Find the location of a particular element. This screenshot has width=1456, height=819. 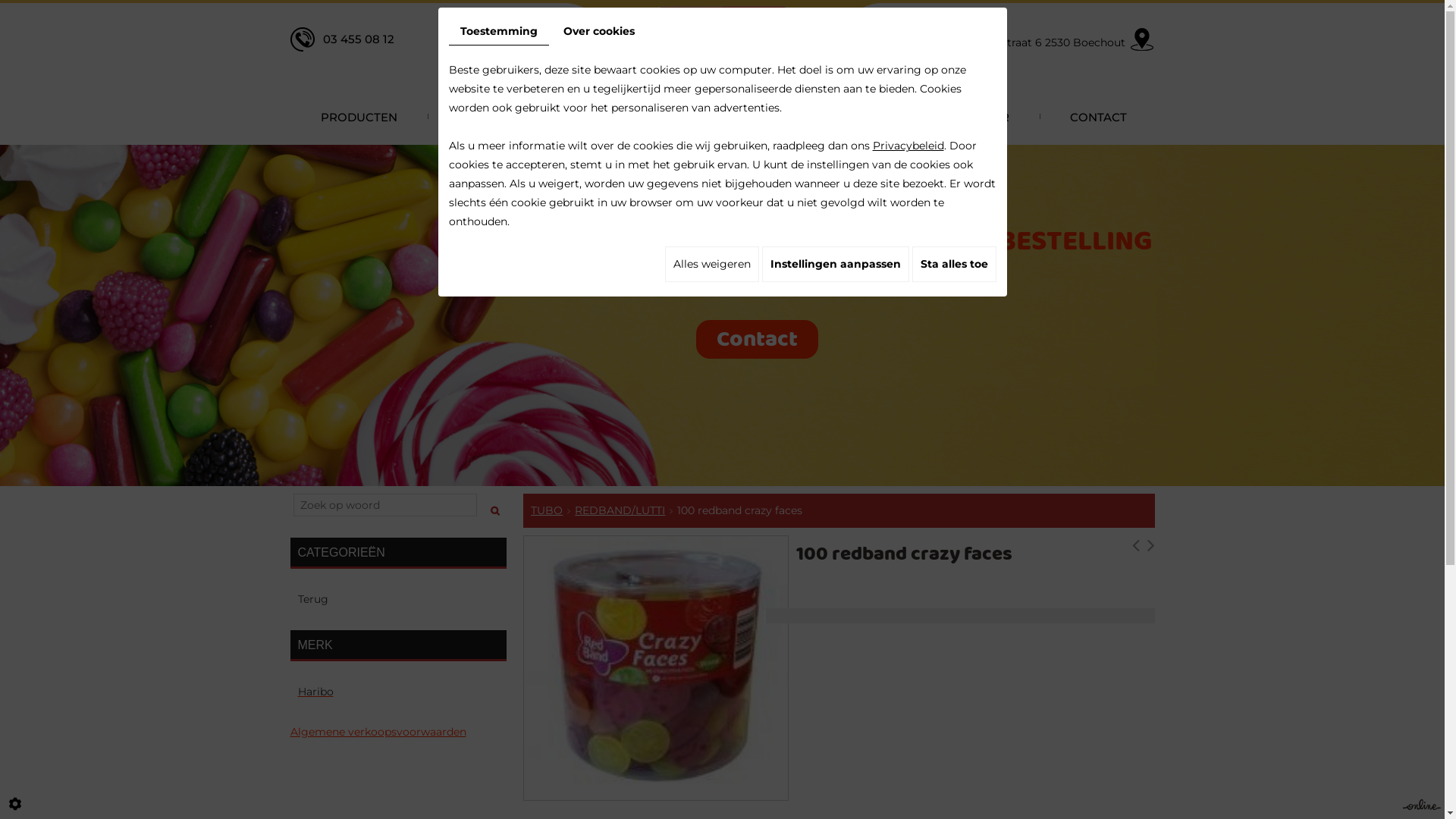

'MERK' is located at coordinates (397, 645).